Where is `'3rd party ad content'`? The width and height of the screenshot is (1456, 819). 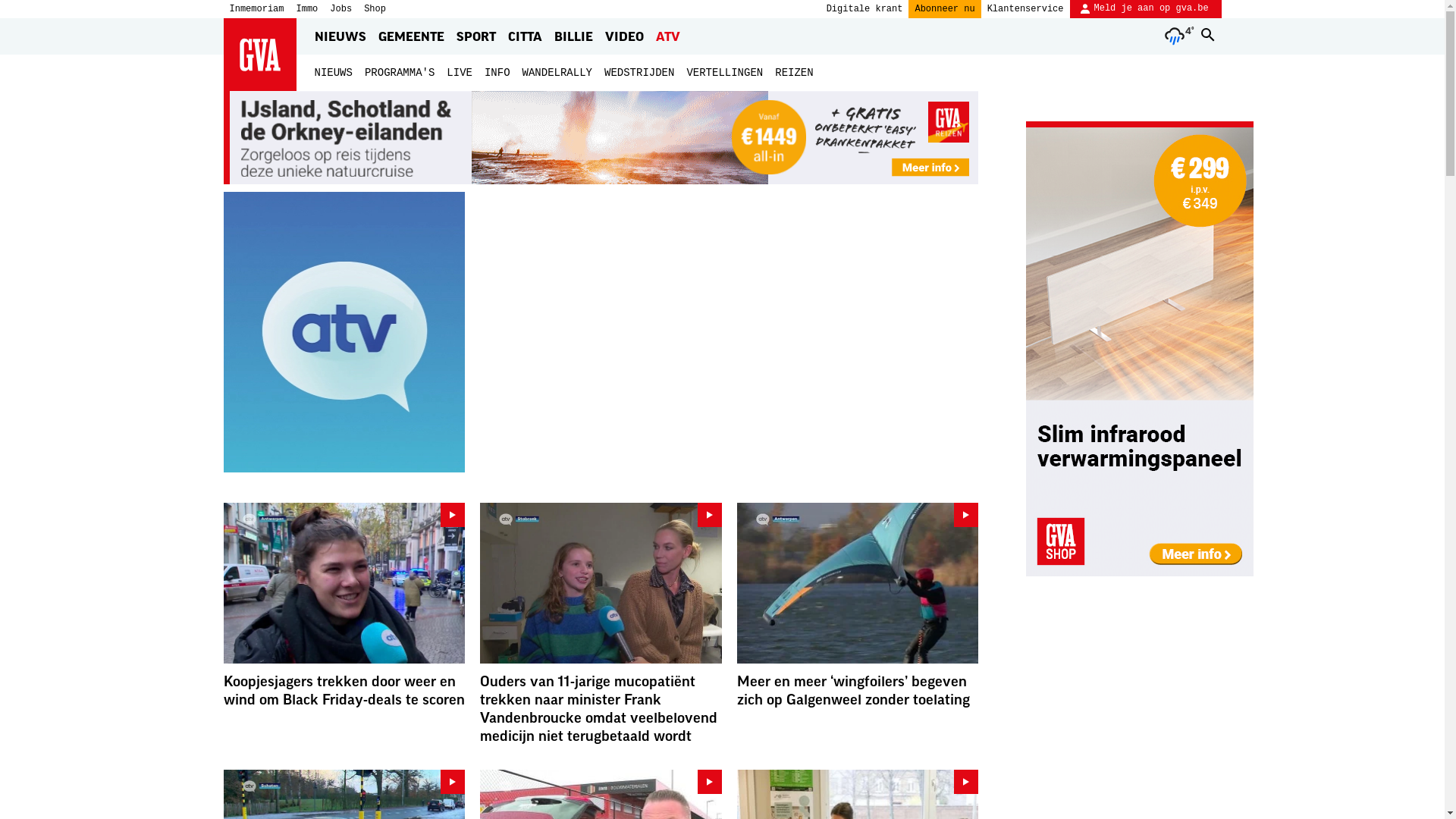
'3rd party ad content' is located at coordinates (1139, 348).